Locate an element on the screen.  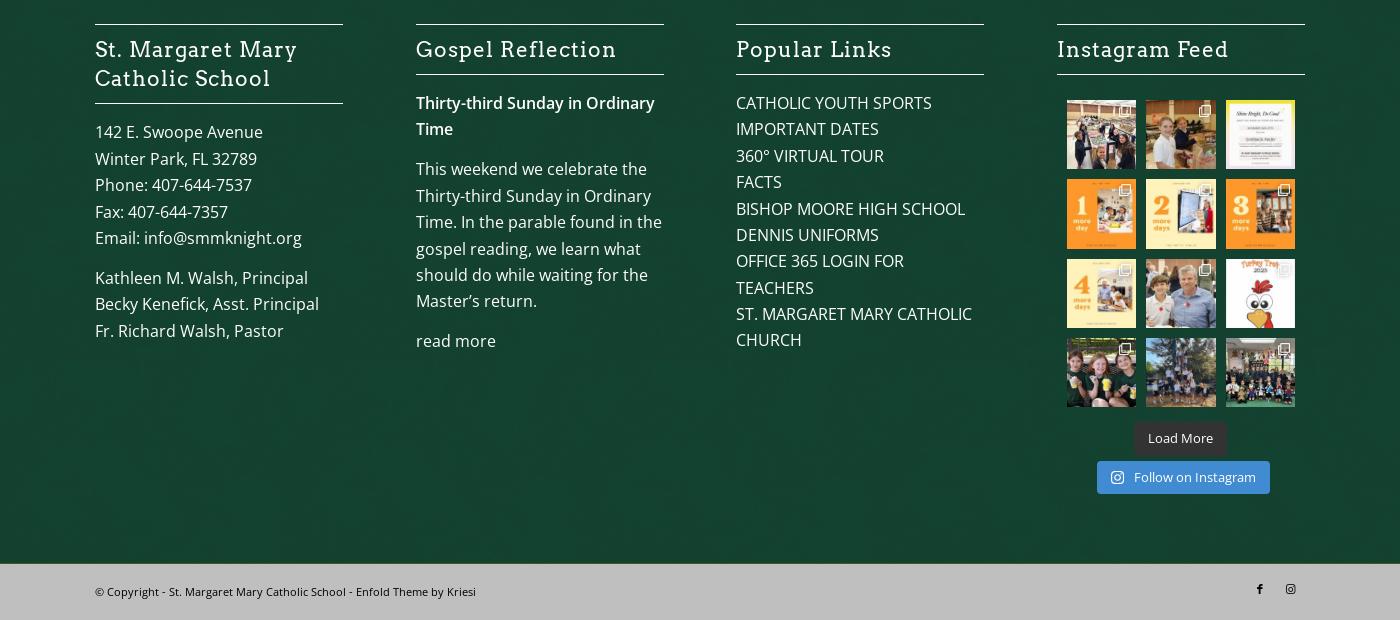
'info@smmknight.org' is located at coordinates (223, 237).